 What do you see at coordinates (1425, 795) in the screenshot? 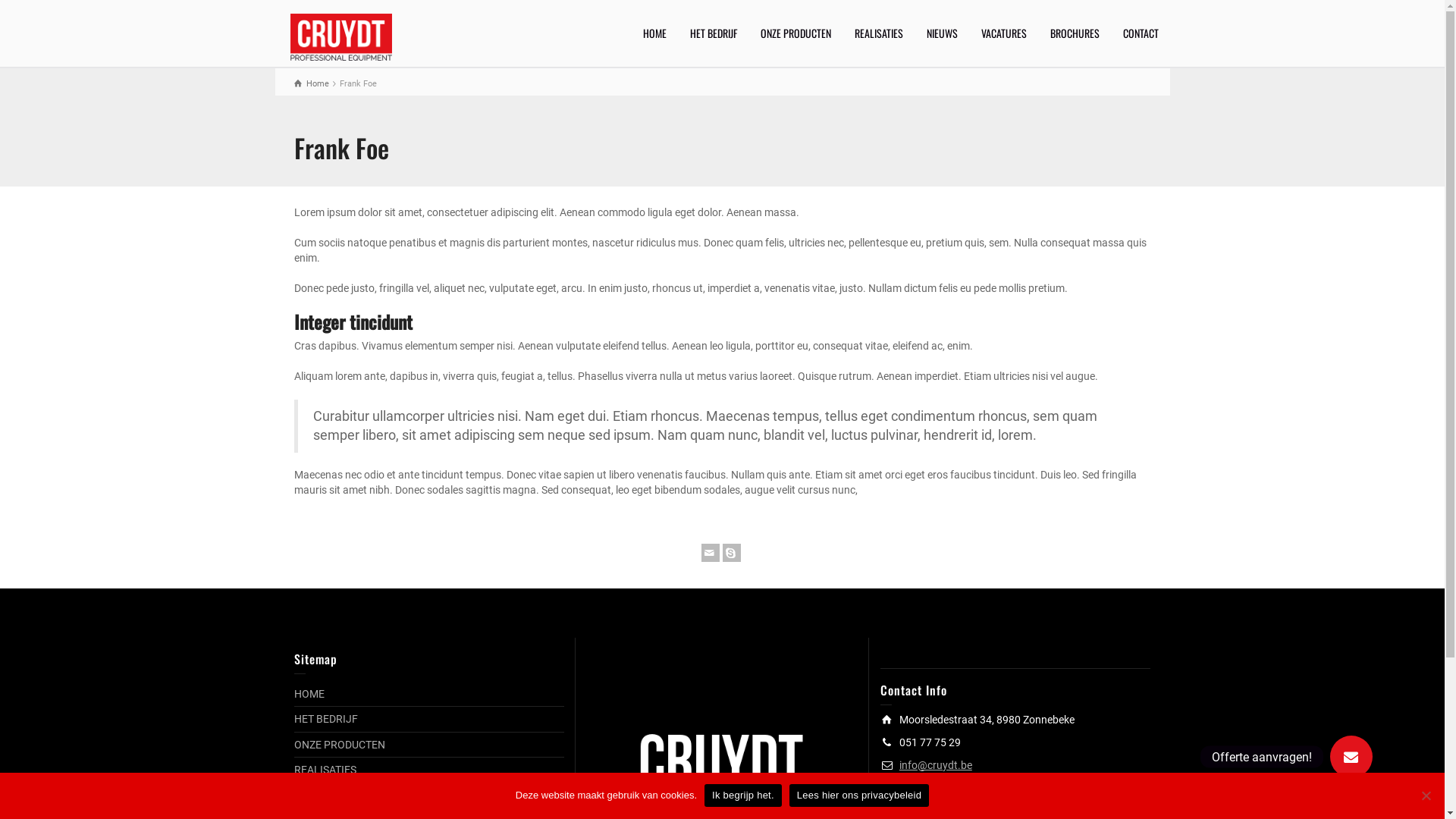
I see `'No'` at bounding box center [1425, 795].